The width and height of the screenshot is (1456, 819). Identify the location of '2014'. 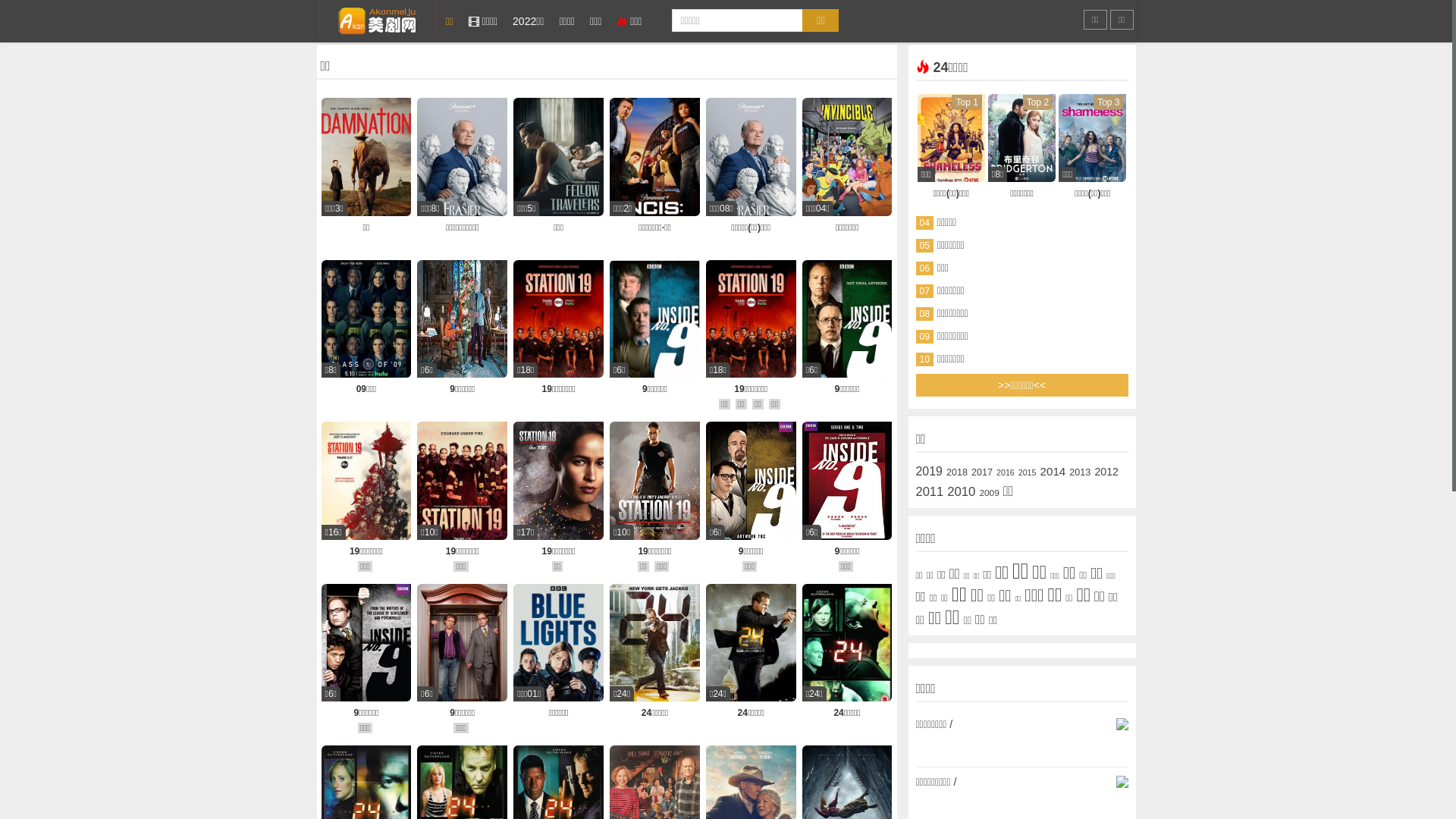
(1051, 470).